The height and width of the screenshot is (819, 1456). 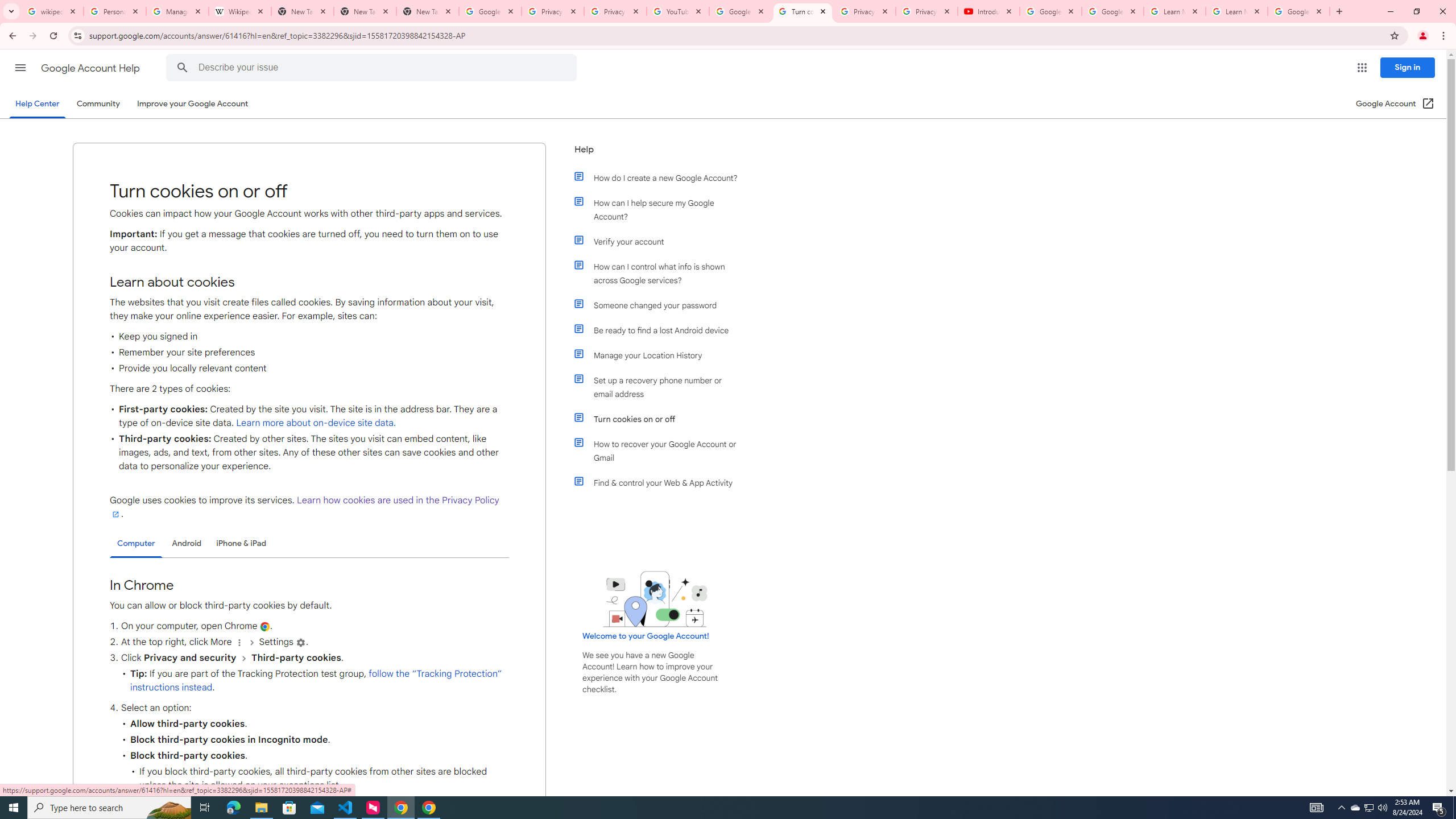 I want to click on 'Wikipedia:Edit requests - Wikipedia', so click(x=239, y=11).